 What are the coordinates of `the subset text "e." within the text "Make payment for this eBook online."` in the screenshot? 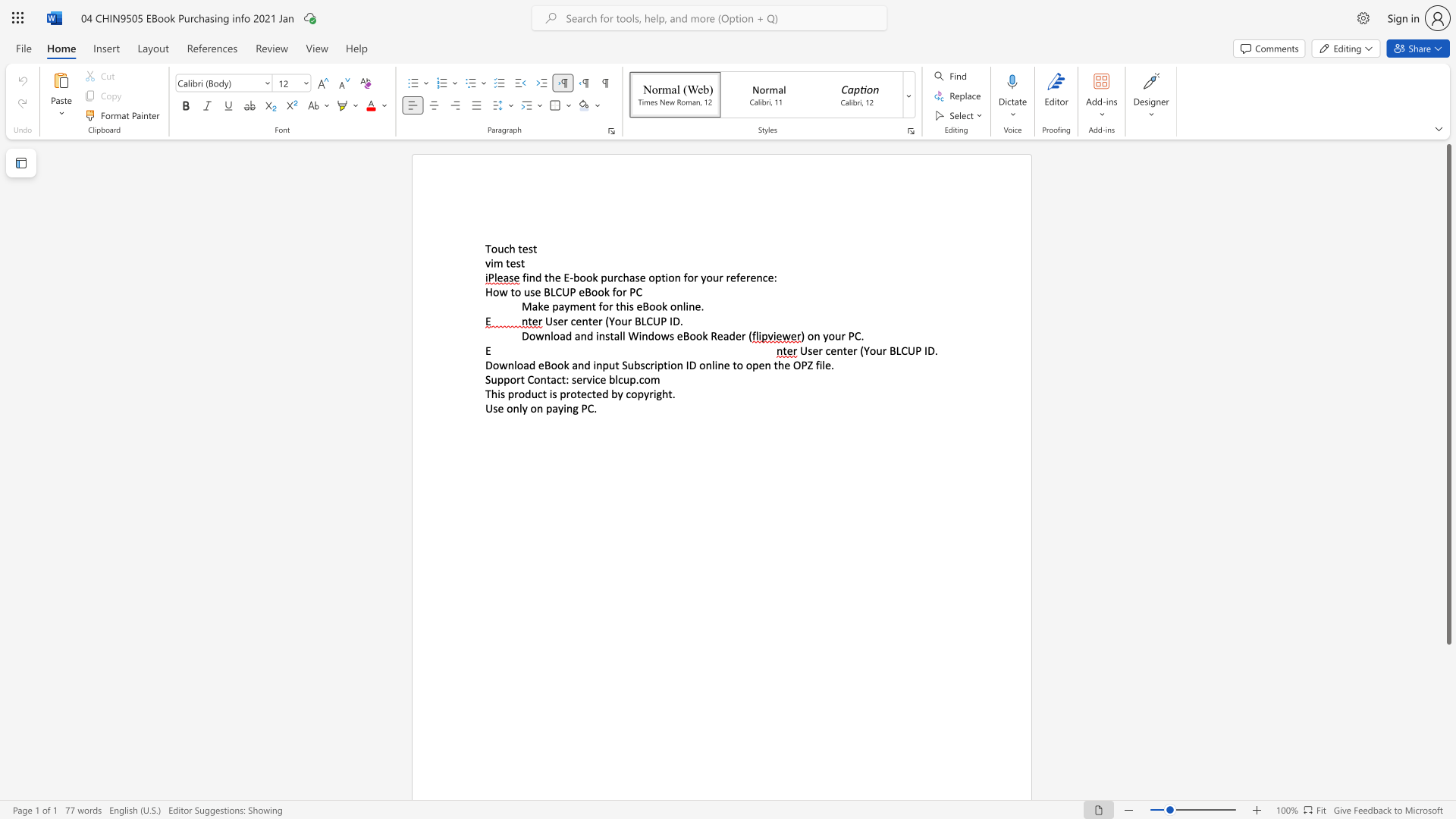 It's located at (694, 306).